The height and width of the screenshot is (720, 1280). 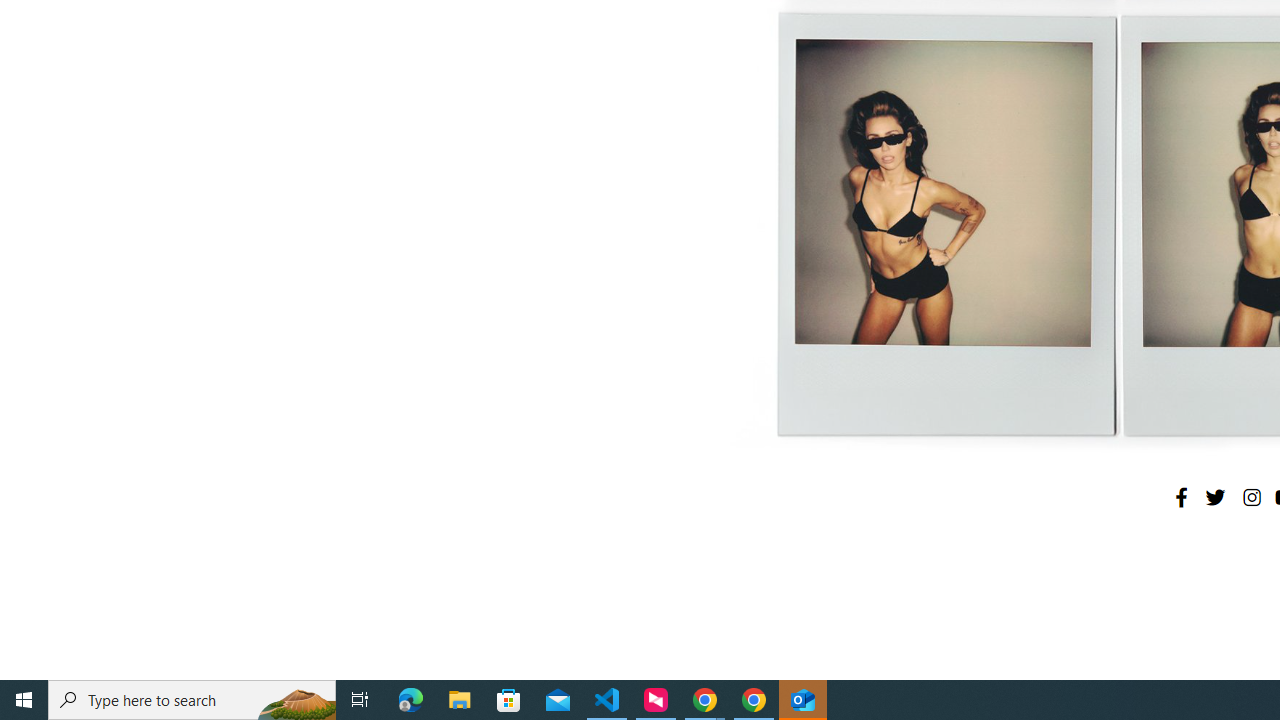 I want to click on 'Instagram', so click(x=1250, y=496).